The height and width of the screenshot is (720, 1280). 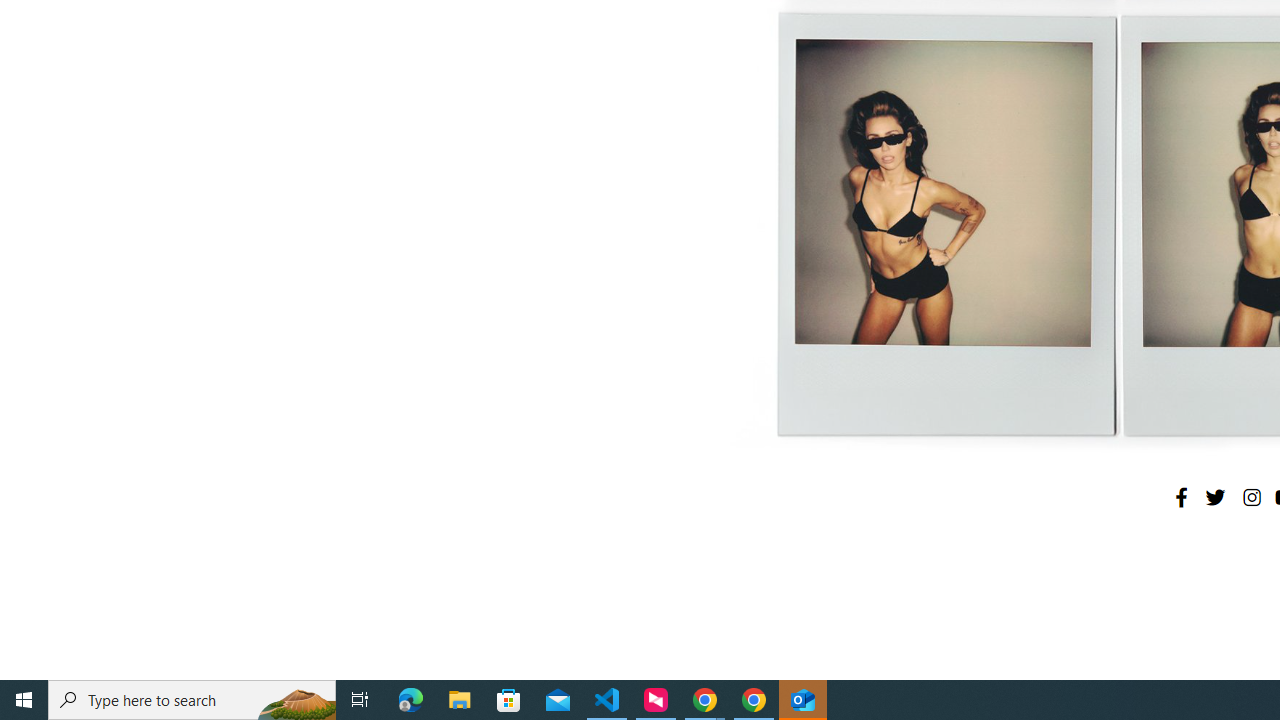 I want to click on 'Instagram', so click(x=1250, y=496).